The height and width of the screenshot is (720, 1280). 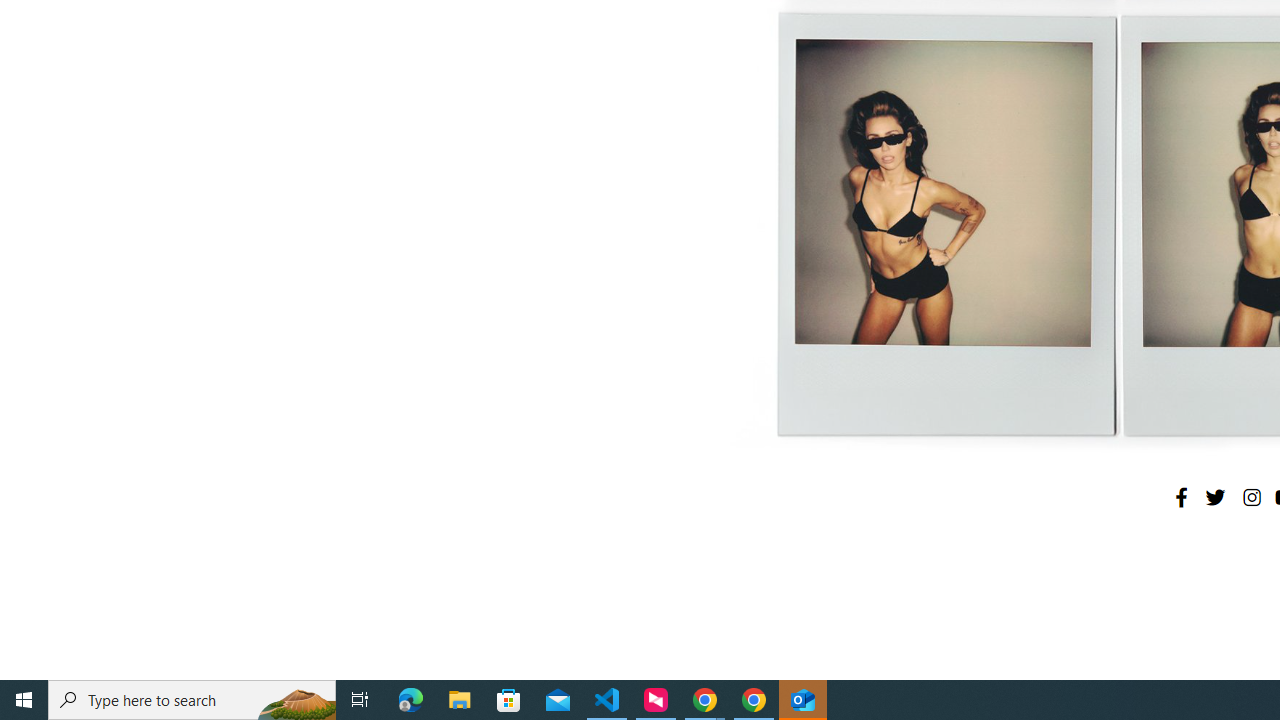 I want to click on 'Instagram', so click(x=1250, y=496).